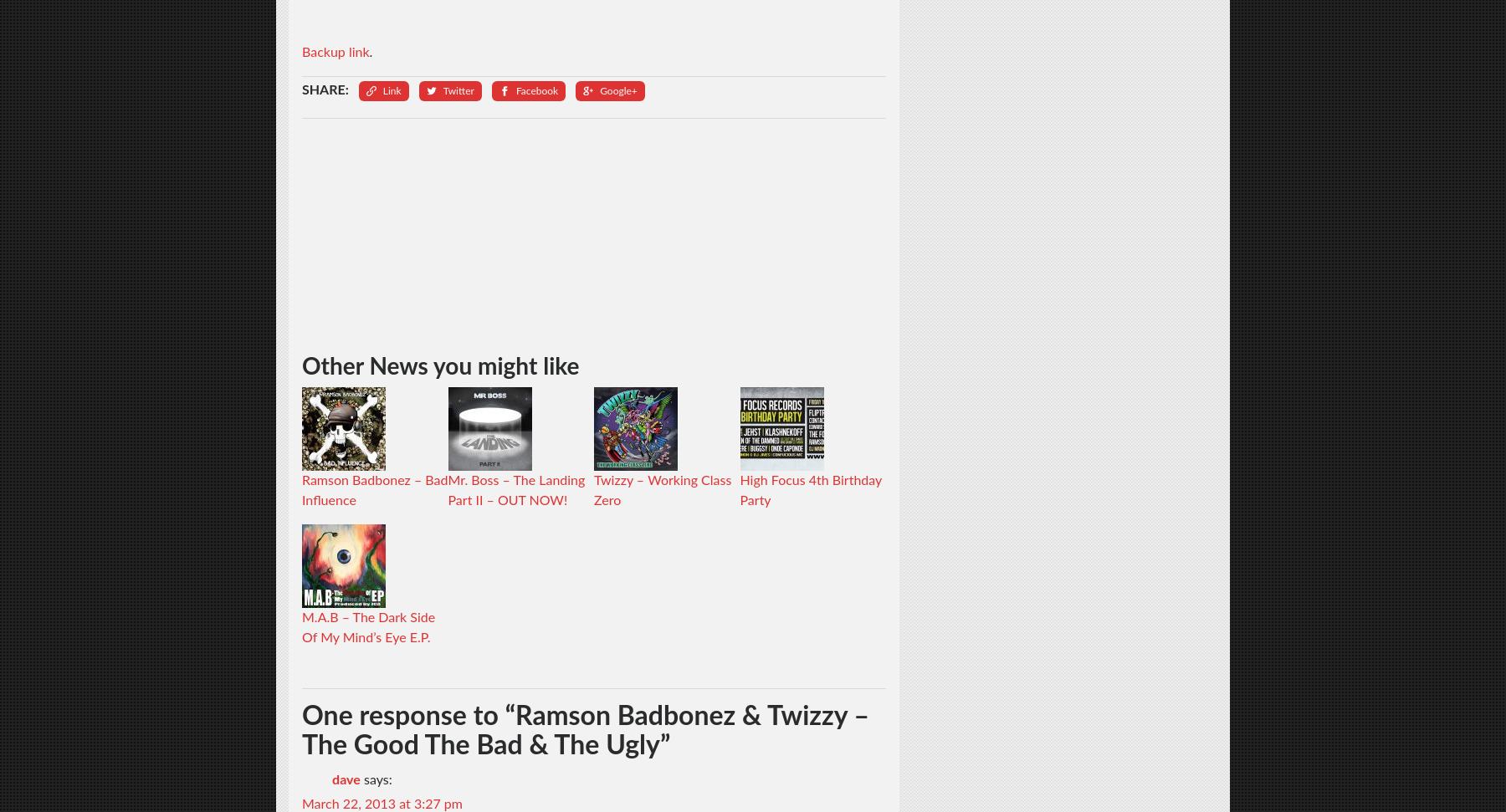  I want to click on 'Google+', so click(617, 89).